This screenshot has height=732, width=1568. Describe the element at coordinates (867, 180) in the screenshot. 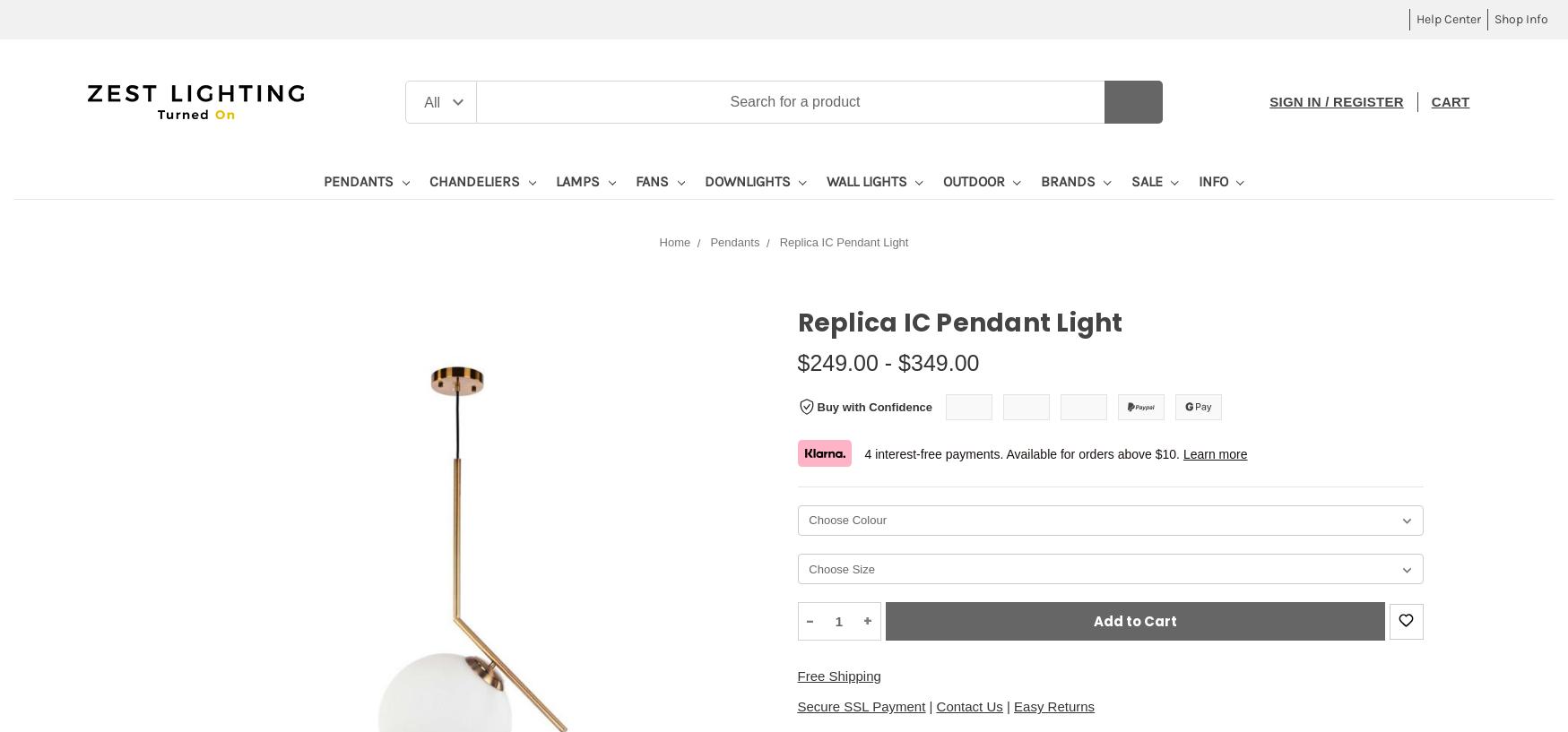

I see `'Wall Lights'` at that location.